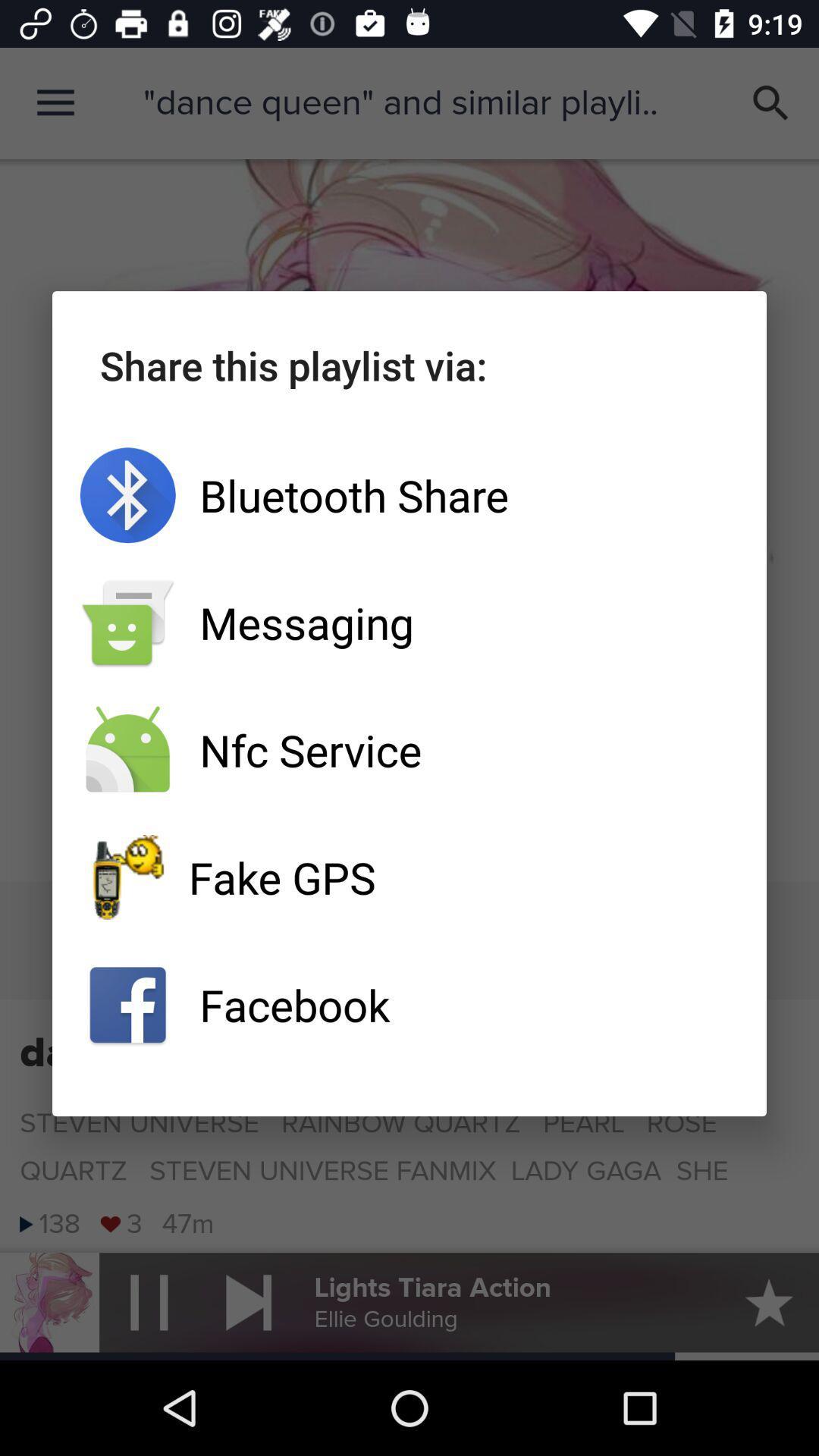 The width and height of the screenshot is (819, 1456). What do you see at coordinates (409, 623) in the screenshot?
I see `icon below bluetooth share icon` at bounding box center [409, 623].